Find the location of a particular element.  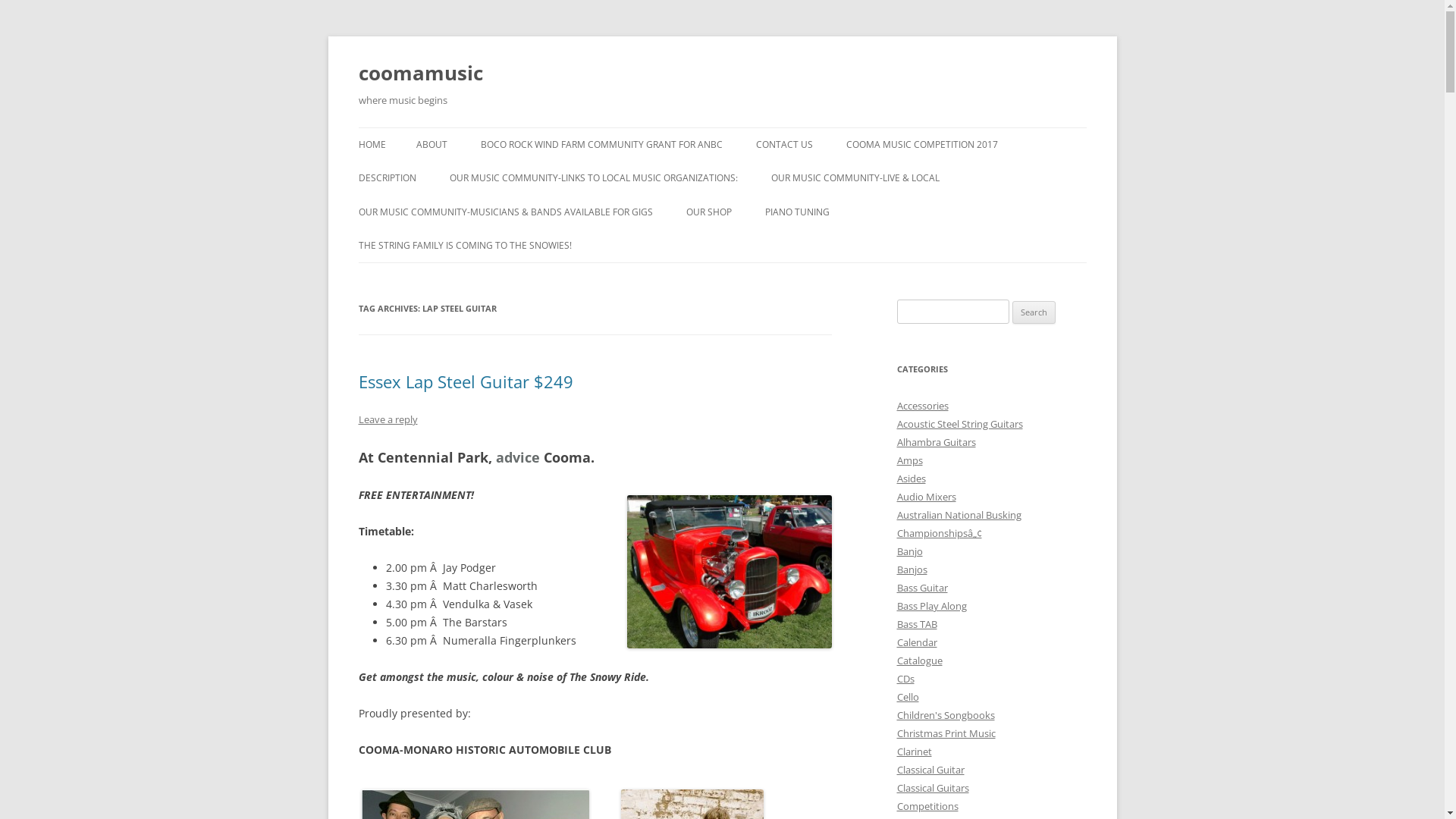

'Competitions' is located at coordinates (926, 805).